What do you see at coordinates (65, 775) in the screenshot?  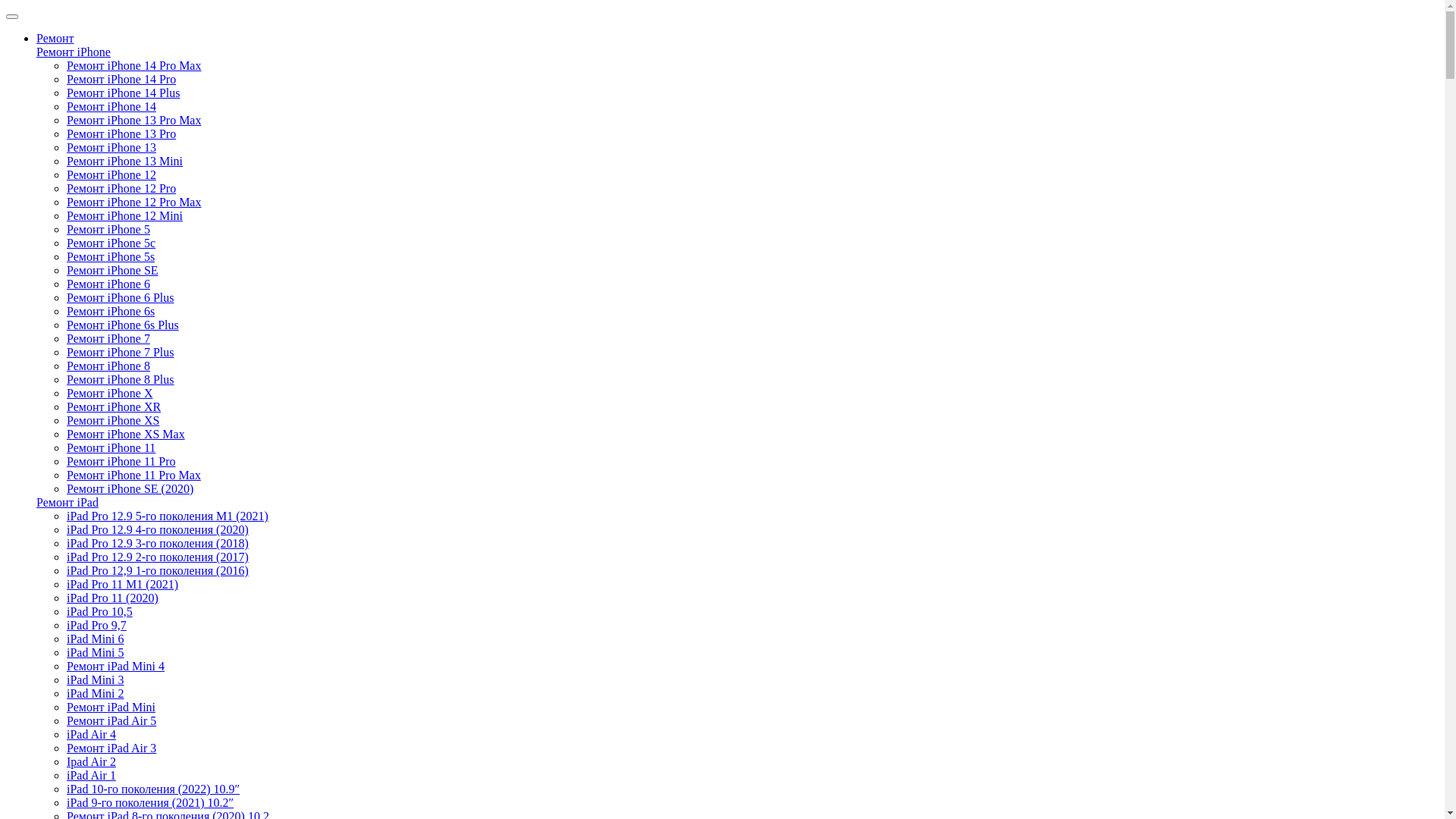 I see `'iPad Air 1'` at bounding box center [65, 775].